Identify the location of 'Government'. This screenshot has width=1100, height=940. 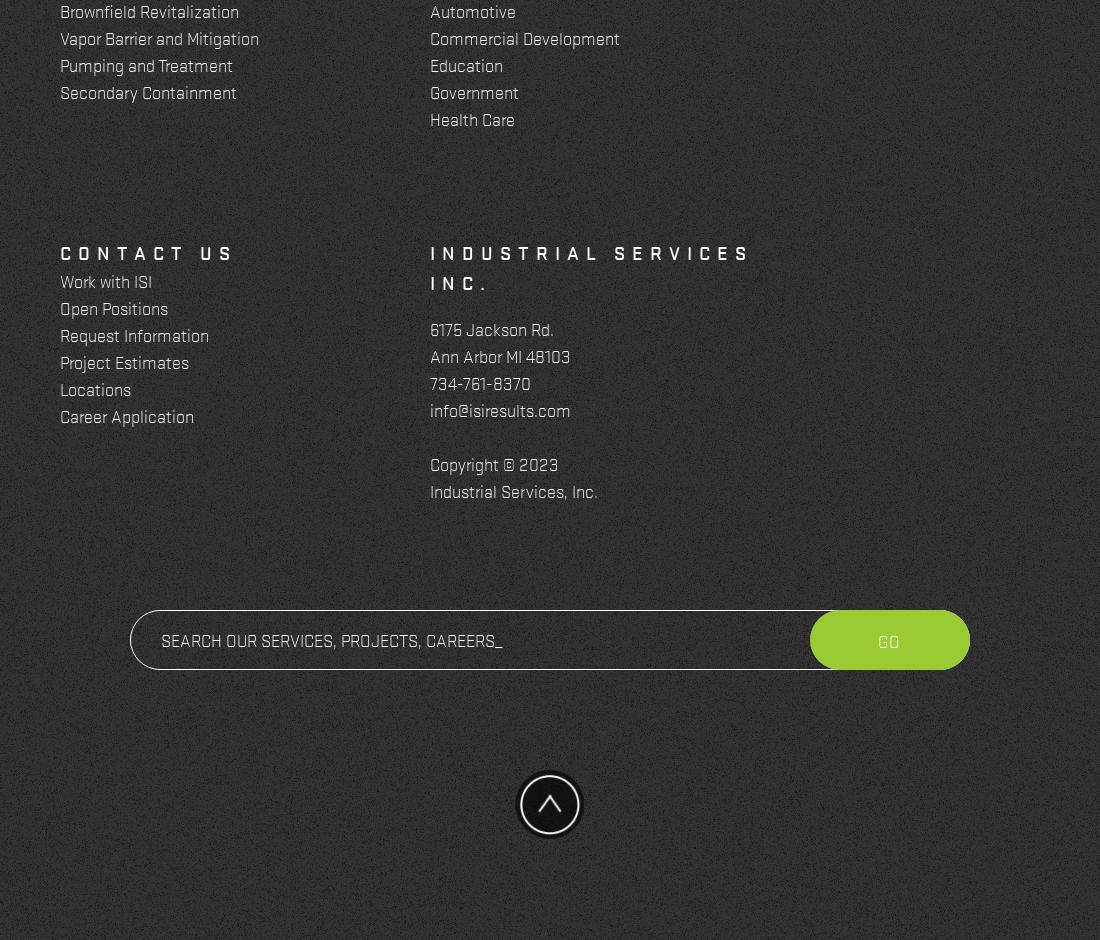
(473, 91).